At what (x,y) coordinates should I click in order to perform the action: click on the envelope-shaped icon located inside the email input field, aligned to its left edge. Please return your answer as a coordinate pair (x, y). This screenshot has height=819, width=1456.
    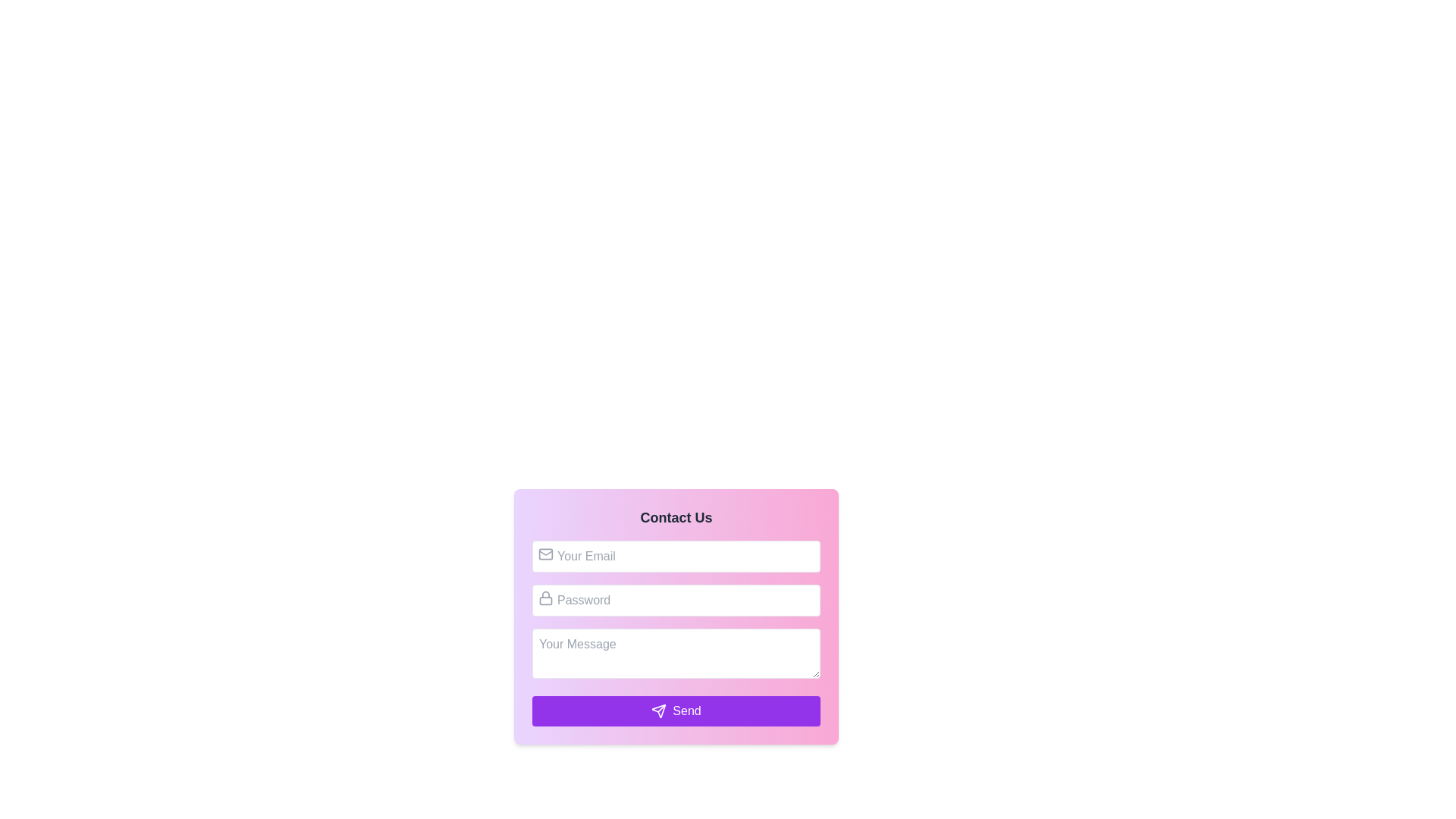
    Looking at the image, I should click on (546, 554).